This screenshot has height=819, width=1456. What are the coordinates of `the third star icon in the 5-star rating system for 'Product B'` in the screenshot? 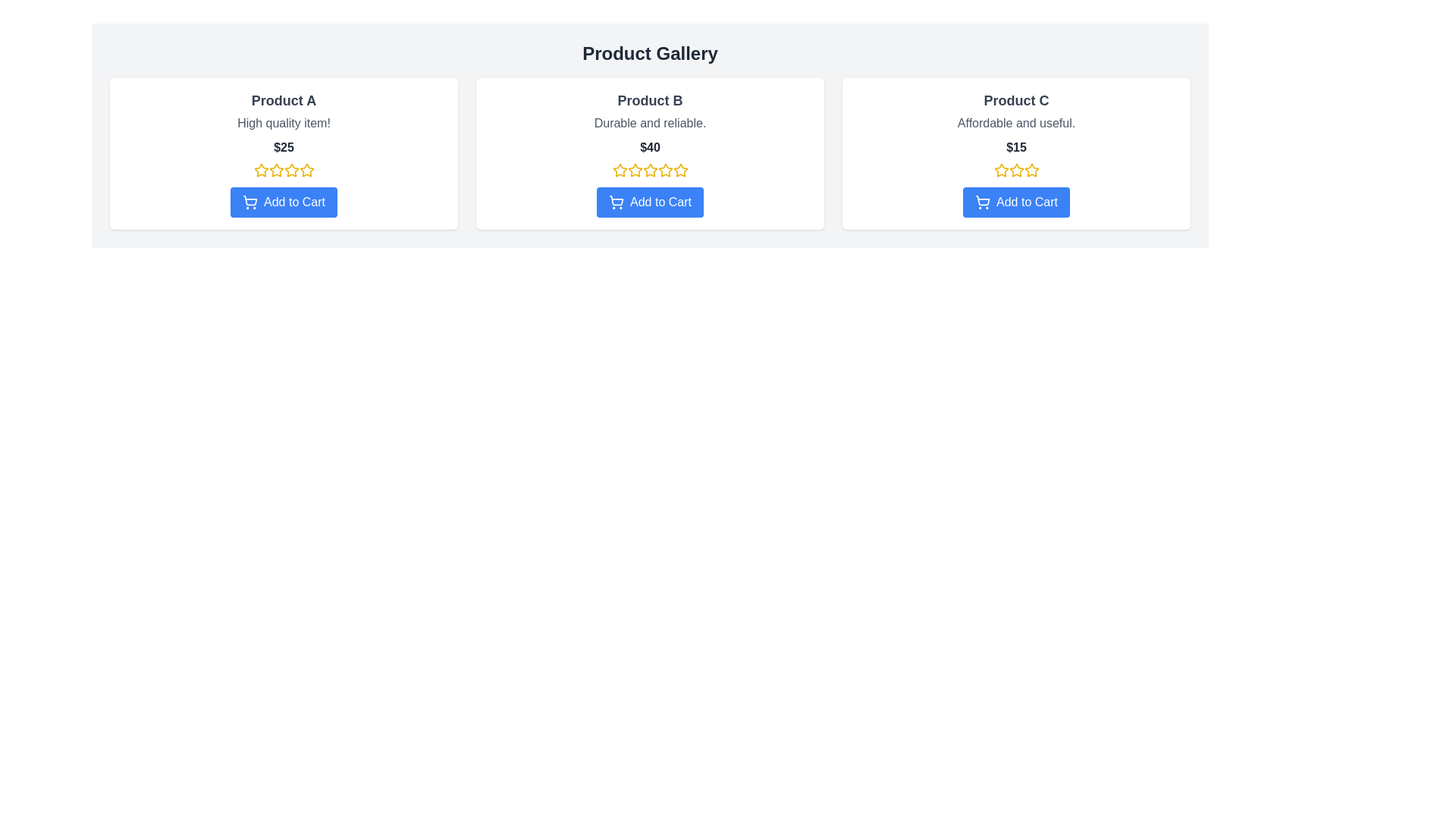 It's located at (650, 170).